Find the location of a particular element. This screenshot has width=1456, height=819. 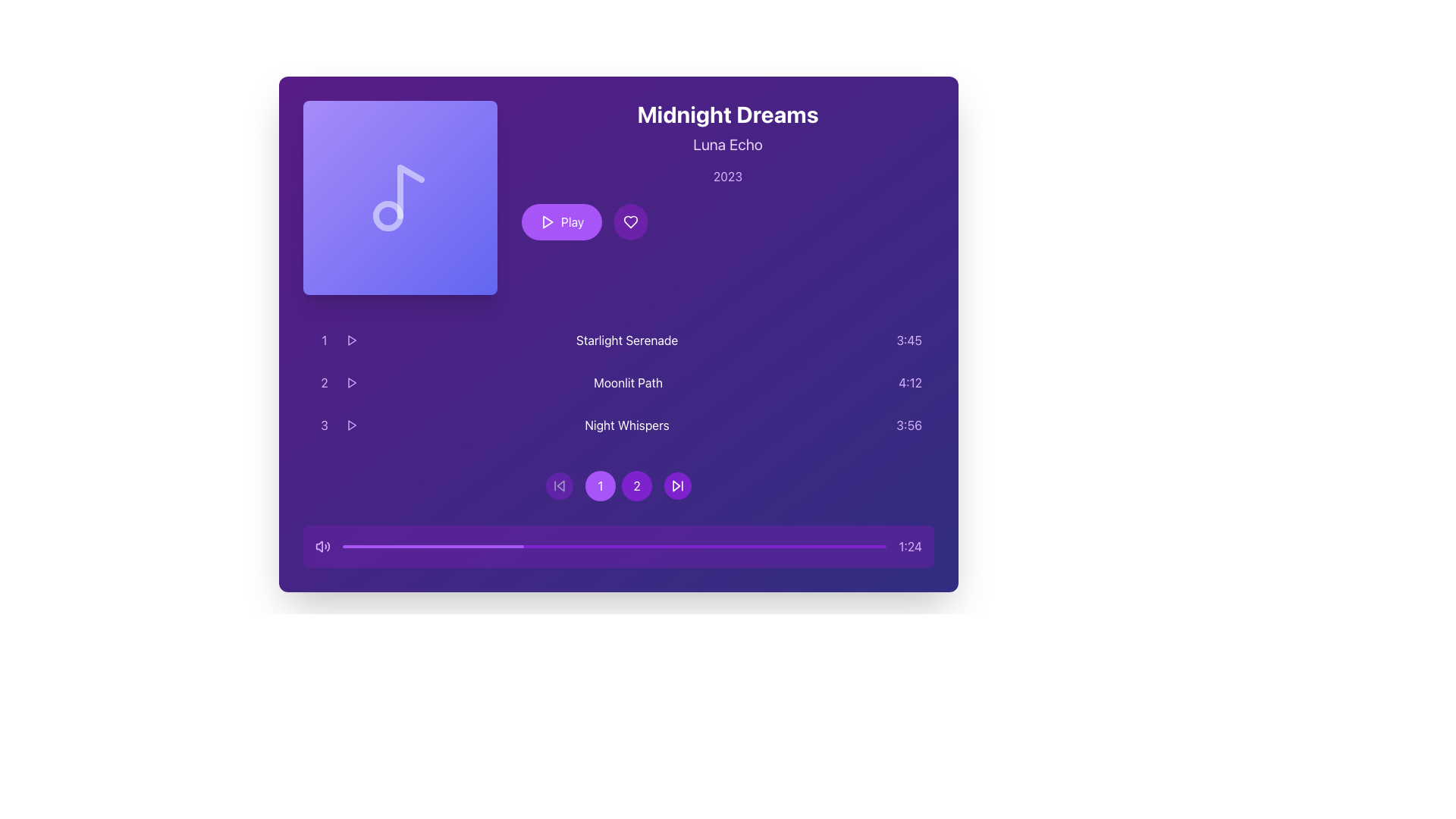

the progress bar of the media player to jump to a specific playback position is located at coordinates (619, 547).